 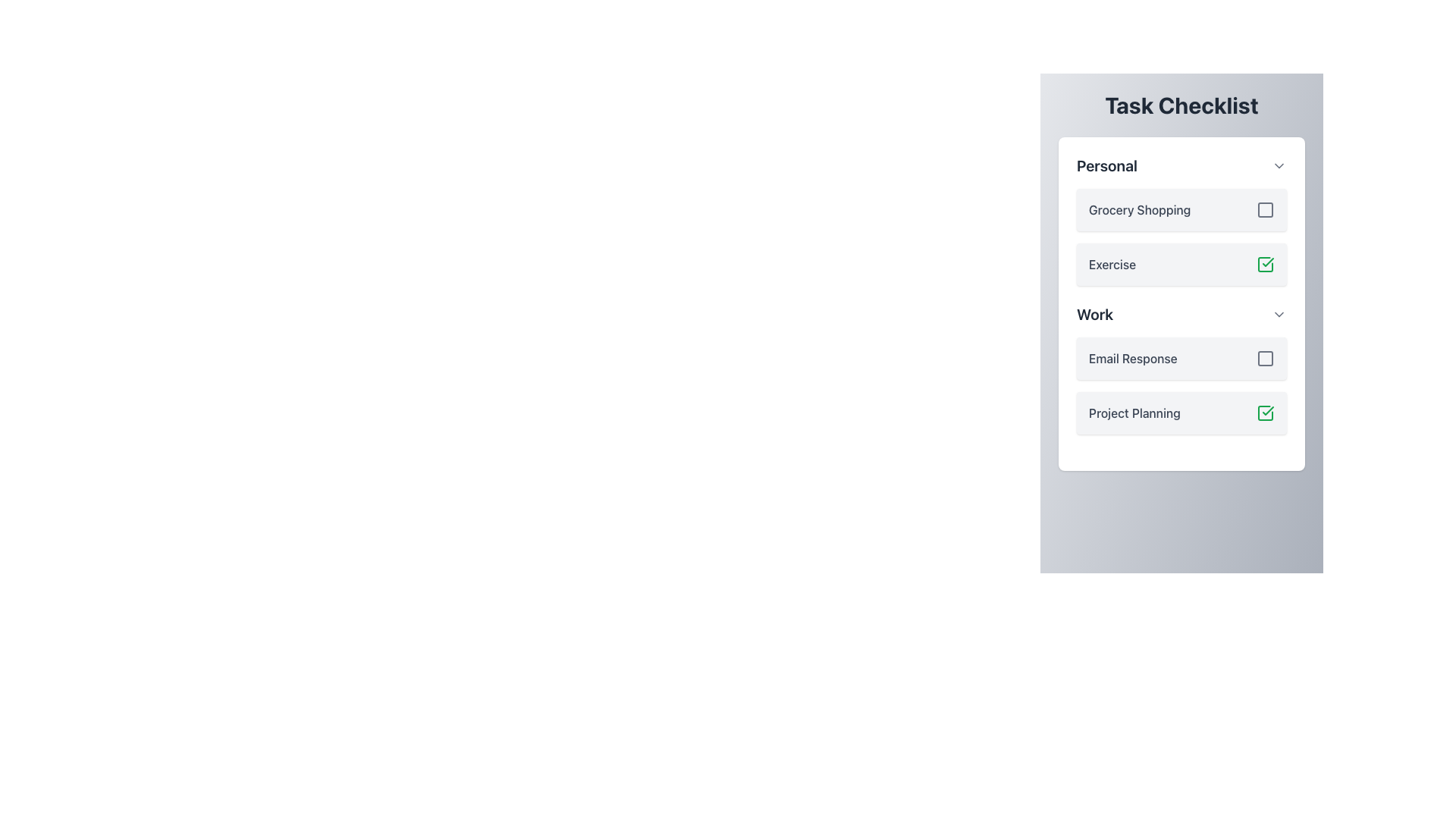 What do you see at coordinates (1266, 359) in the screenshot?
I see `the checkbox located next to the 'Email Response' text in the 'Work' section of the task checklist panel` at bounding box center [1266, 359].